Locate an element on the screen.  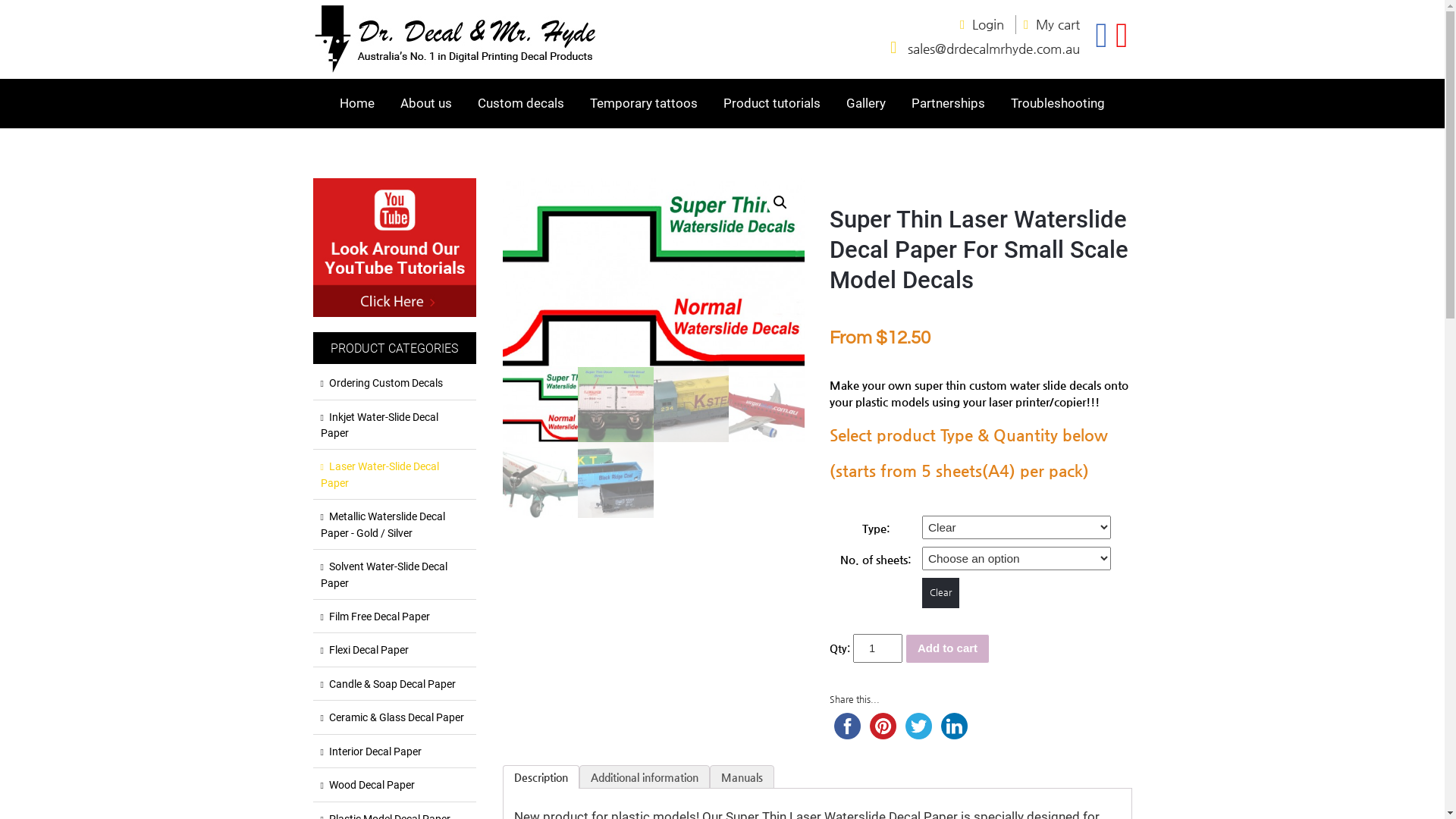
'Interior Decal Paper' is located at coordinates (394, 752).